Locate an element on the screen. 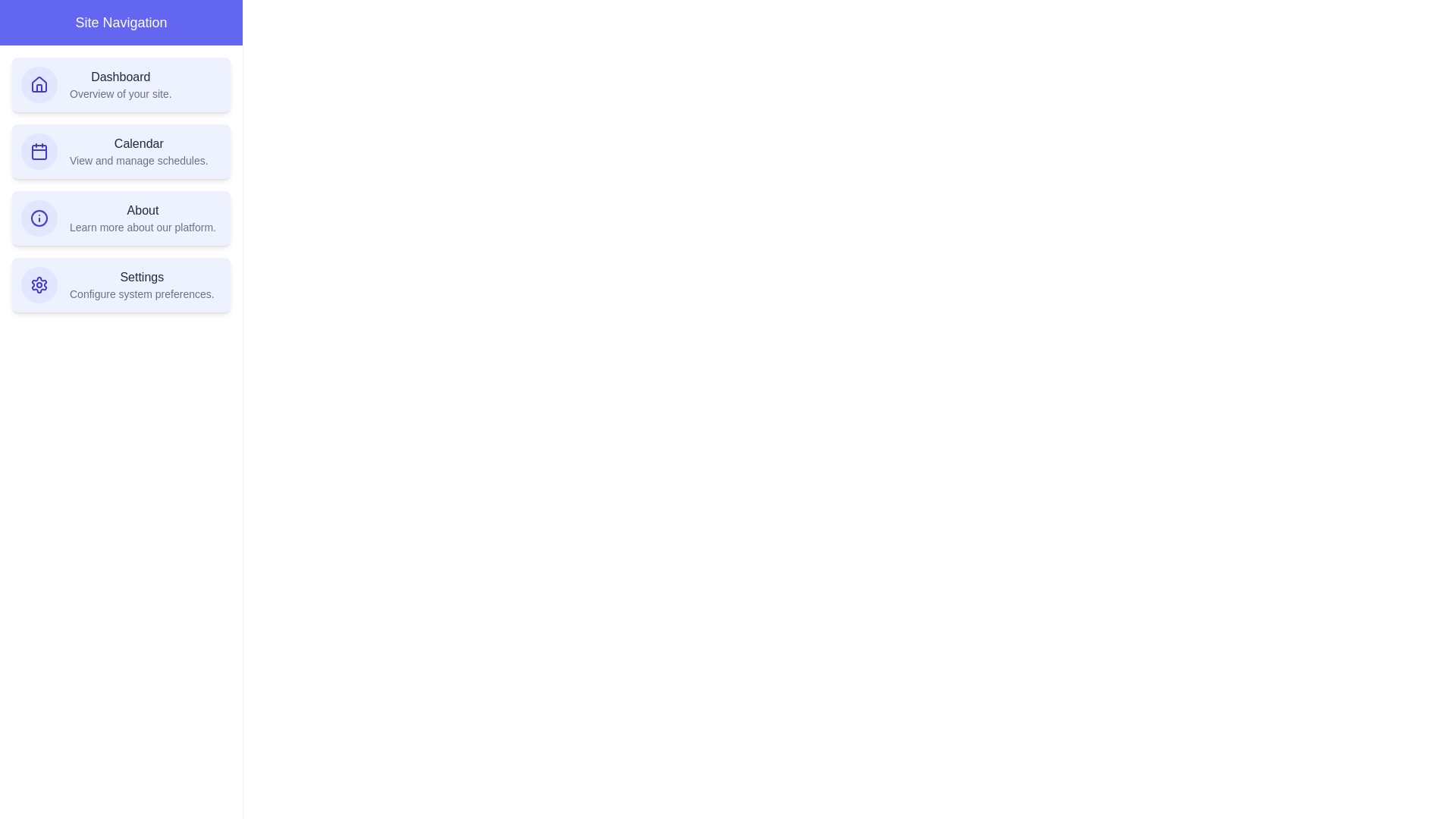 This screenshot has width=1456, height=819. the navigation item Calendar to observe its hover state is located at coordinates (120, 152).